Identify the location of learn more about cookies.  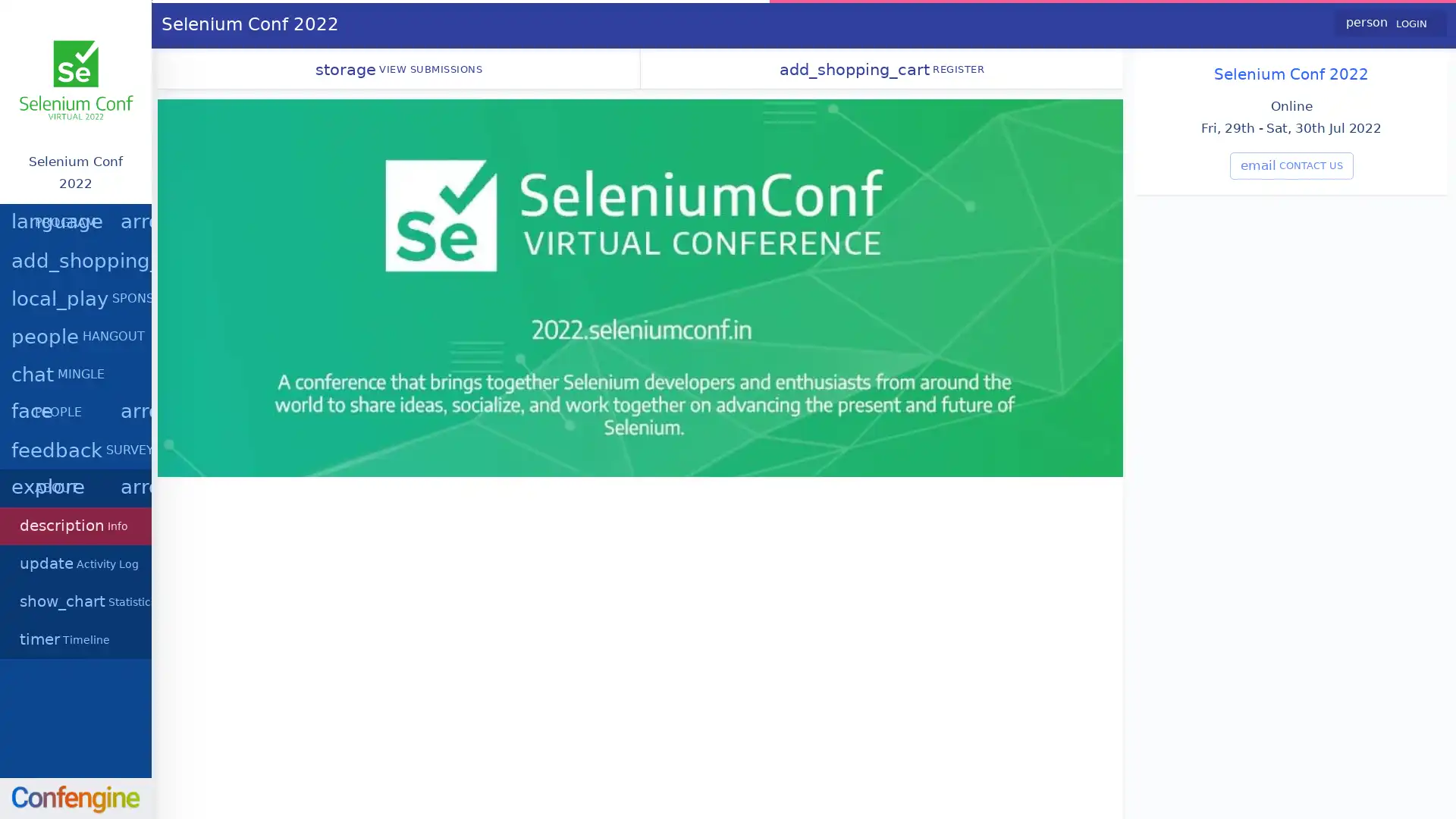
(208, 727).